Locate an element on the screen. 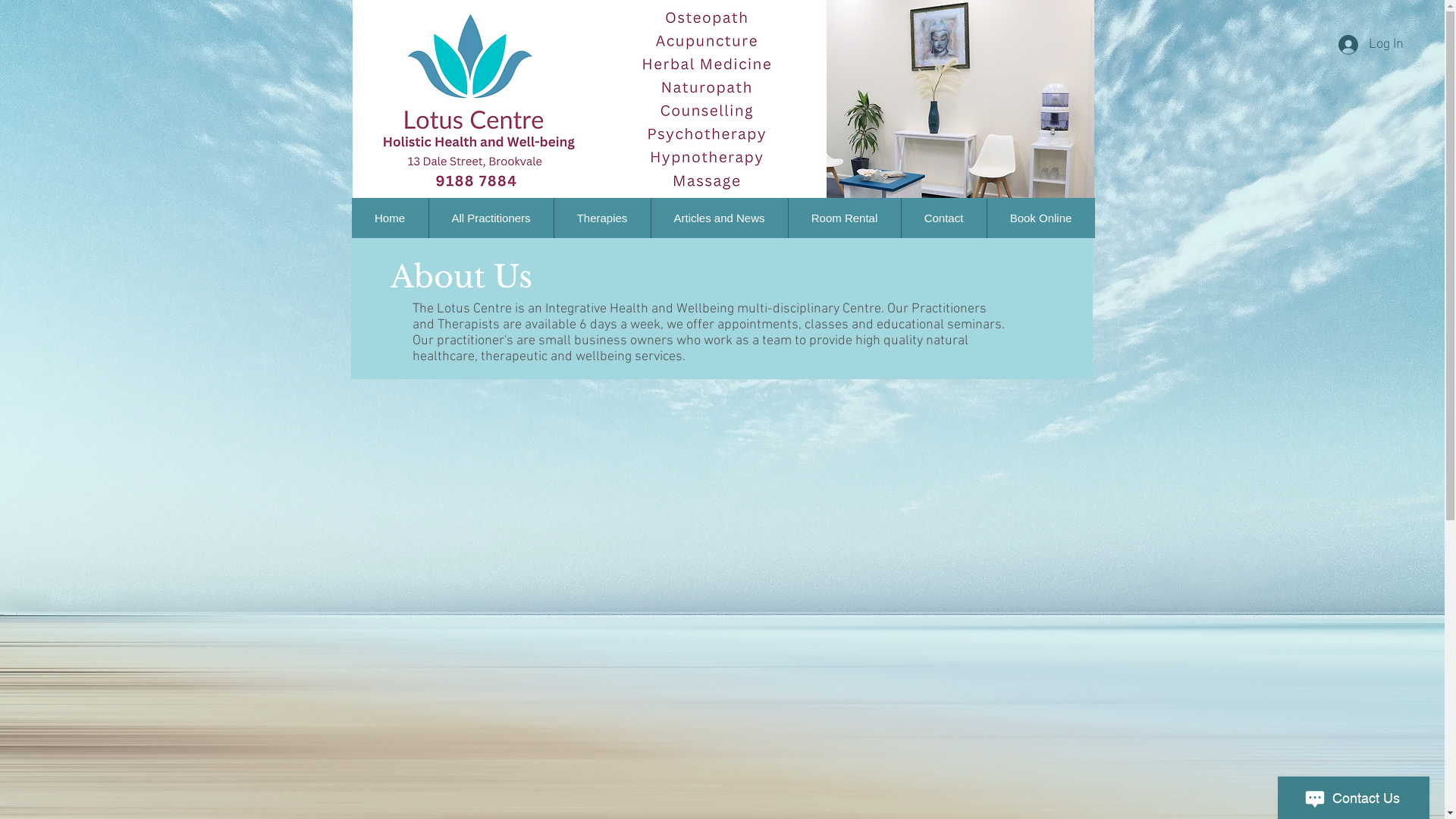  'All Practitioners' is located at coordinates (490, 218).